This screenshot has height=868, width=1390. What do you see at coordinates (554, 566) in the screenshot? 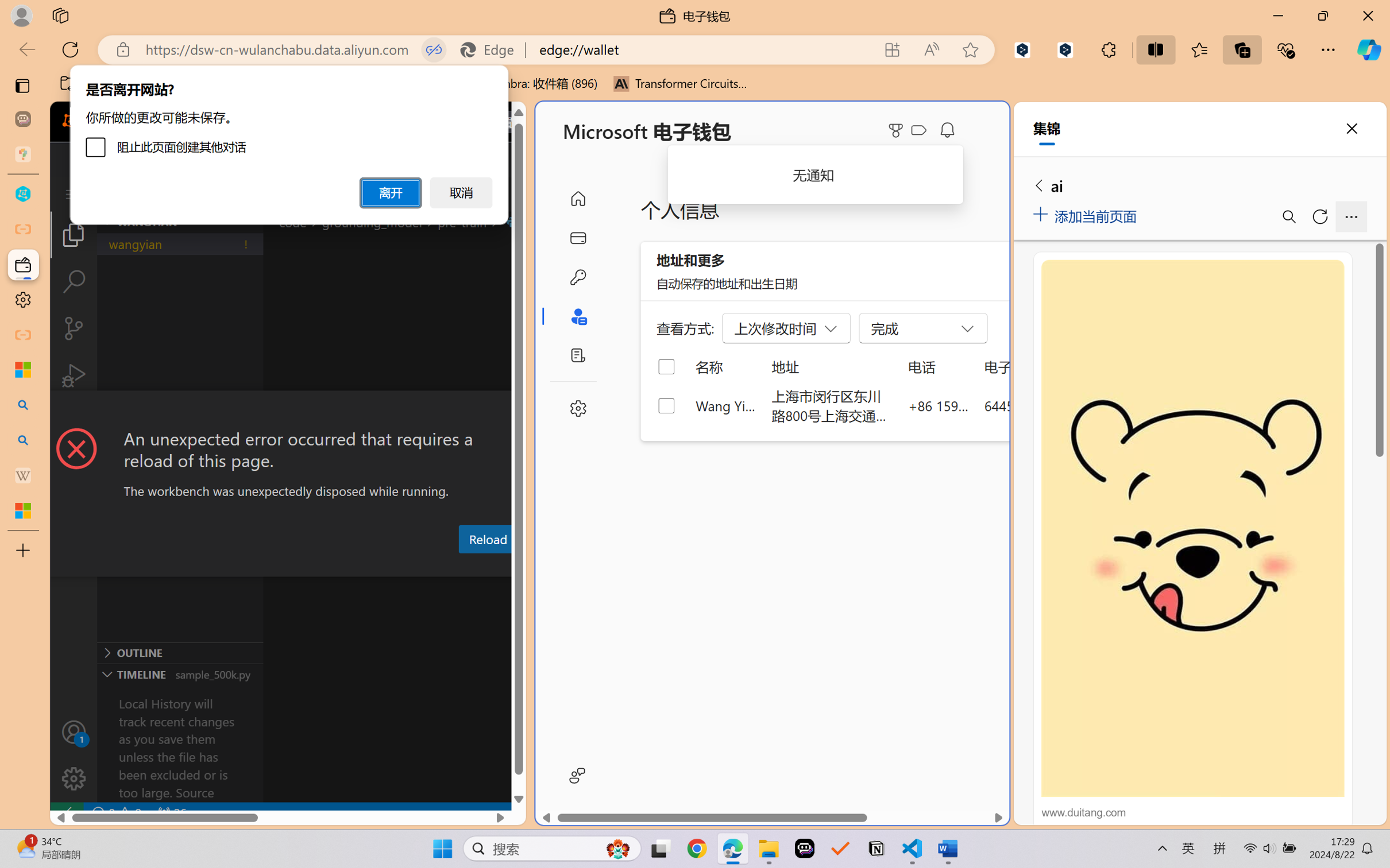
I see `'Terminal (Ctrl+`)'` at bounding box center [554, 566].